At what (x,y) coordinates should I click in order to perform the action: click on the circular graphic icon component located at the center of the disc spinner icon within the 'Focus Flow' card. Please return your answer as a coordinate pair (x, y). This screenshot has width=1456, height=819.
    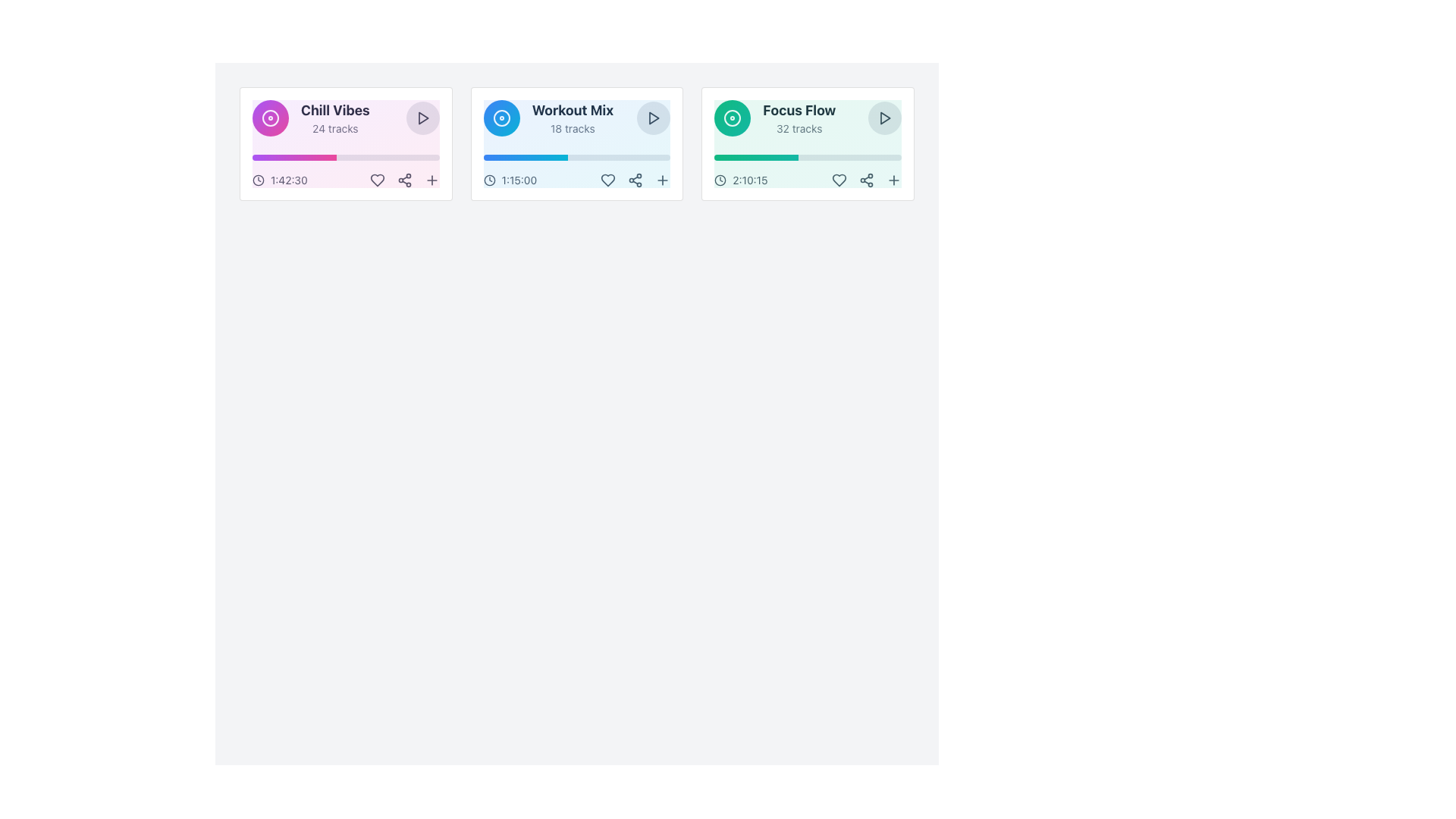
    Looking at the image, I should click on (733, 117).